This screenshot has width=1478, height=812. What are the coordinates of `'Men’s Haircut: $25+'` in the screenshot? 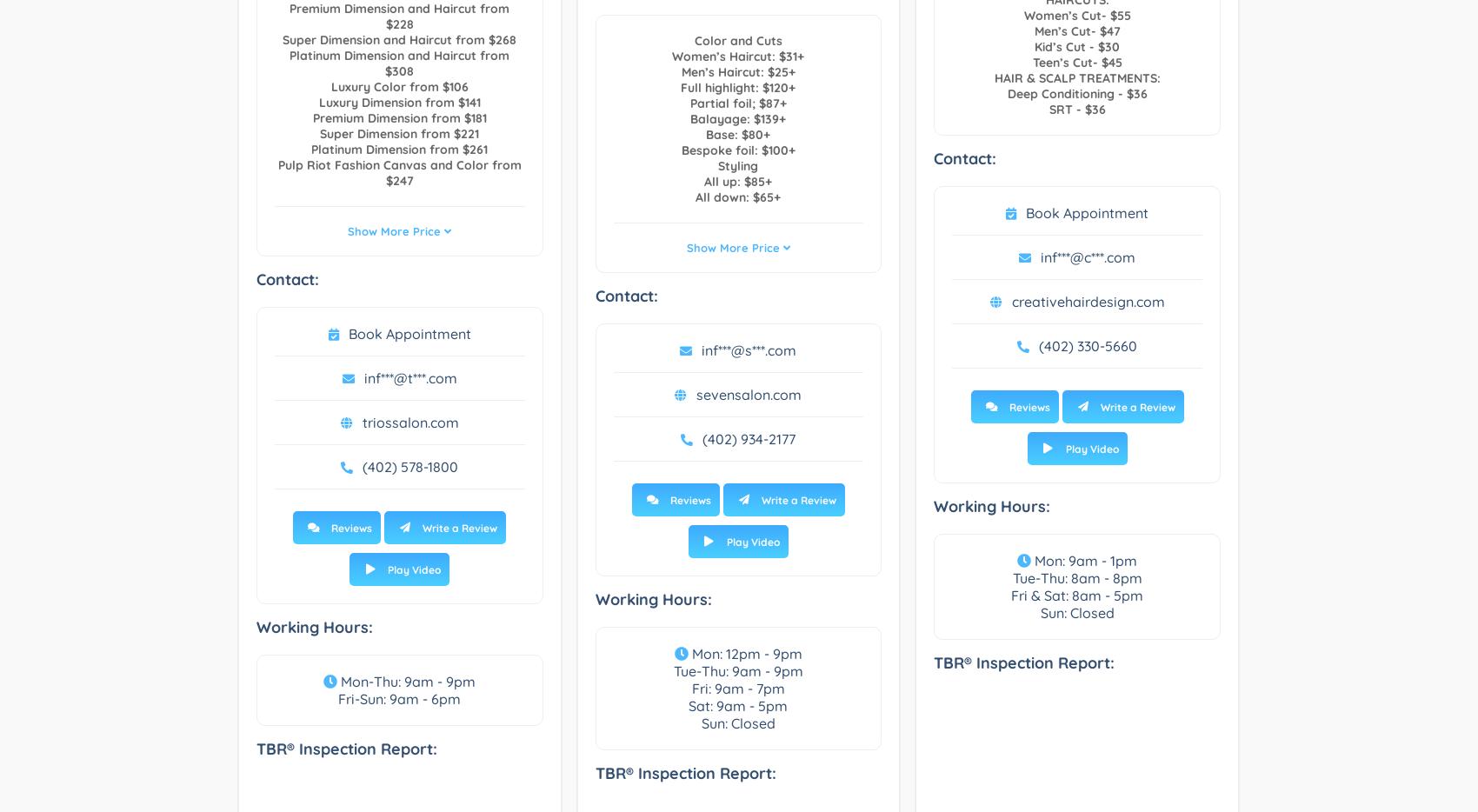 It's located at (736, 72).